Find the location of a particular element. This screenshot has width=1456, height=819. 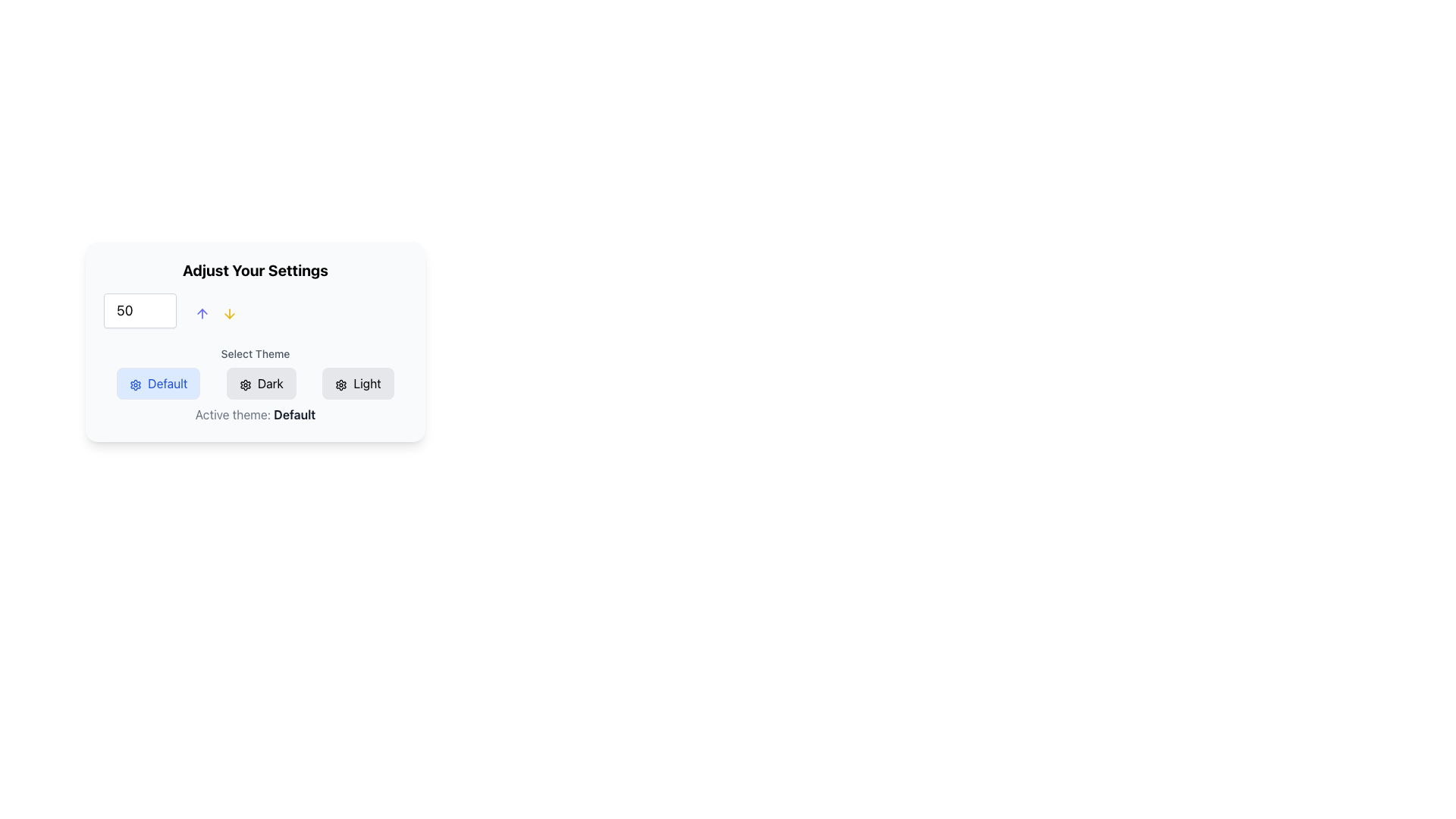

the central button labeled 'Dark' in the theme selection group below the 'Select Theme' label to observe its hover effects is located at coordinates (261, 382).